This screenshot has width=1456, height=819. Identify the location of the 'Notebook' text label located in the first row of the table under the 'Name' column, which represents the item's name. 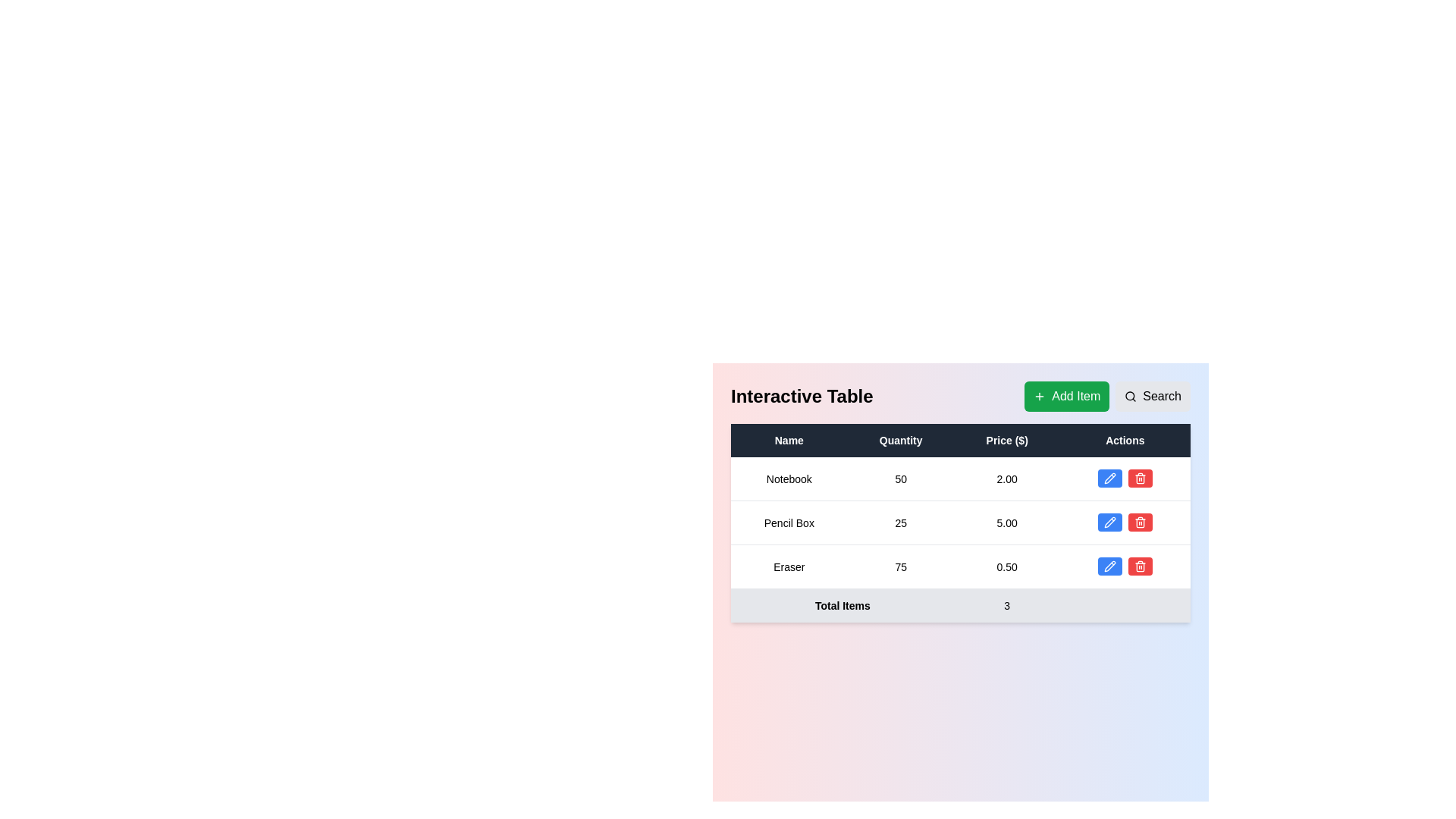
(789, 479).